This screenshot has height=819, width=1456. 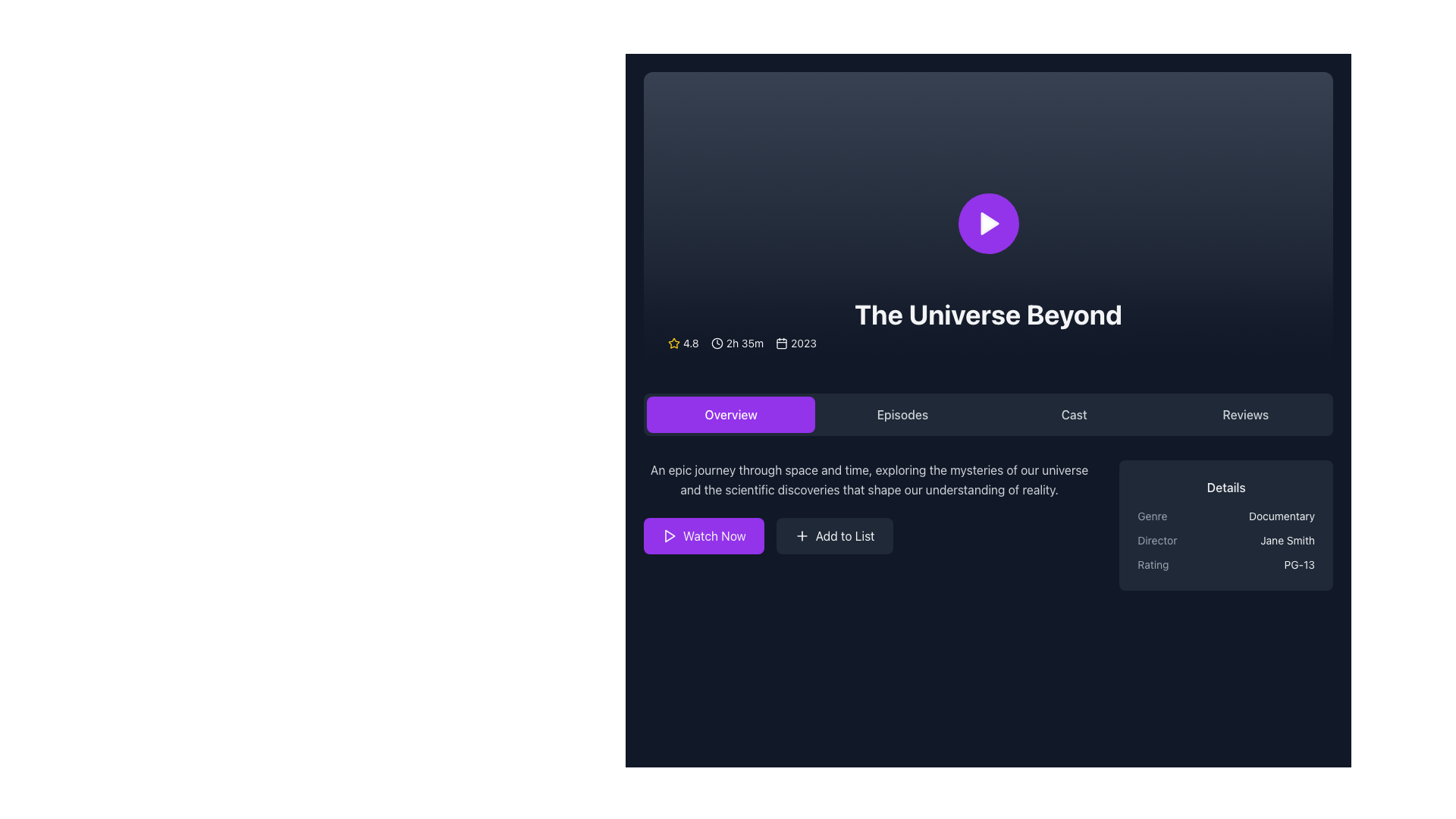 I want to click on the bold purple 'Watch Now' button with rounded corners, so click(x=702, y=535).